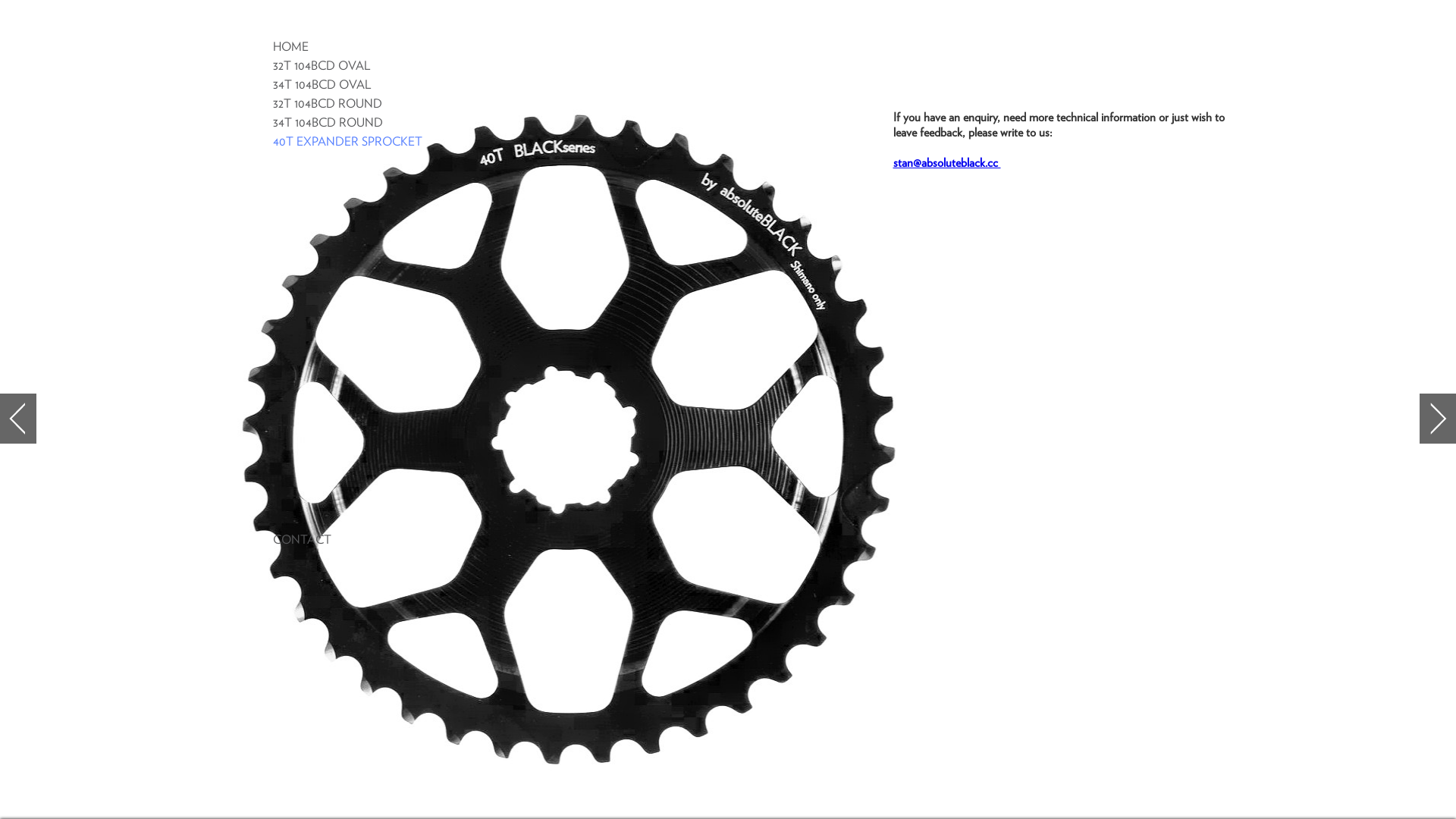 The image size is (1456, 819). What do you see at coordinates (290, 45) in the screenshot?
I see `'HOME'` at bounding box center [290, 45].